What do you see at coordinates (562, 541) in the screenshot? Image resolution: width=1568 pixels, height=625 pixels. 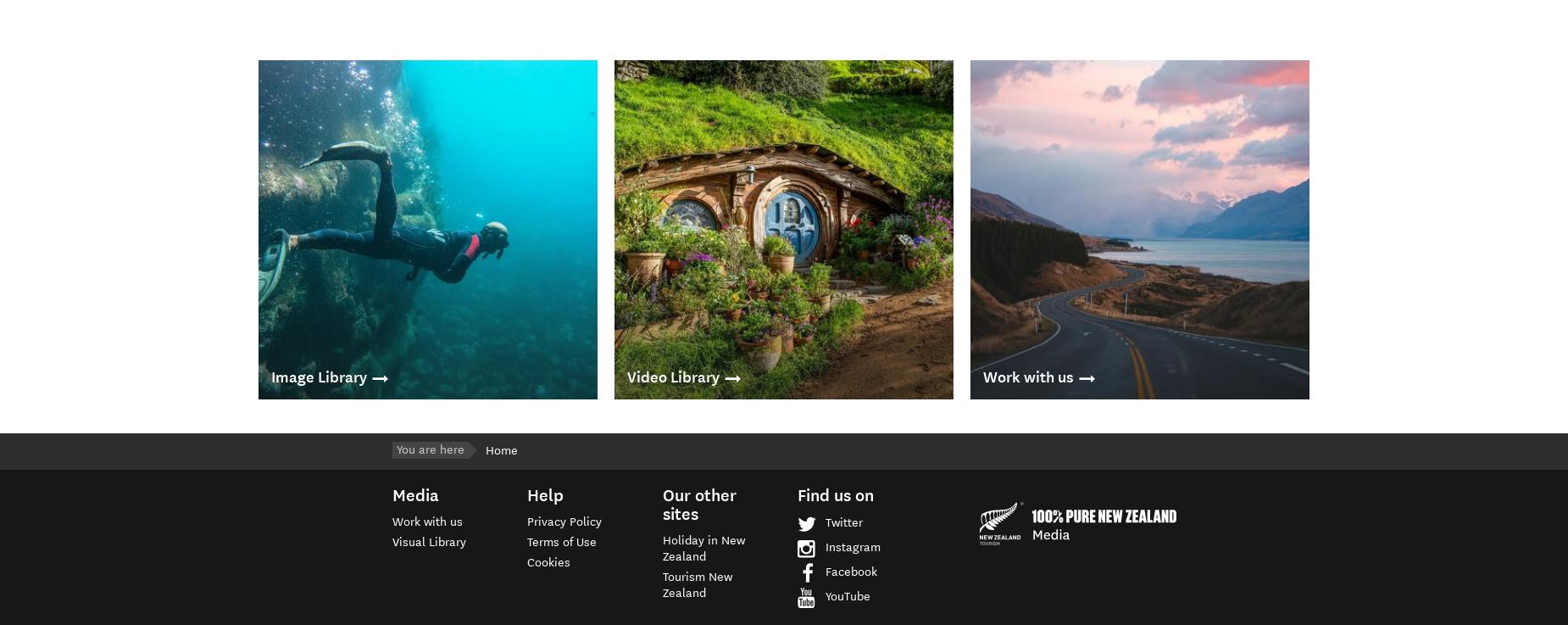 I see `'Terms of Use'` at bounding box center [562, 541].